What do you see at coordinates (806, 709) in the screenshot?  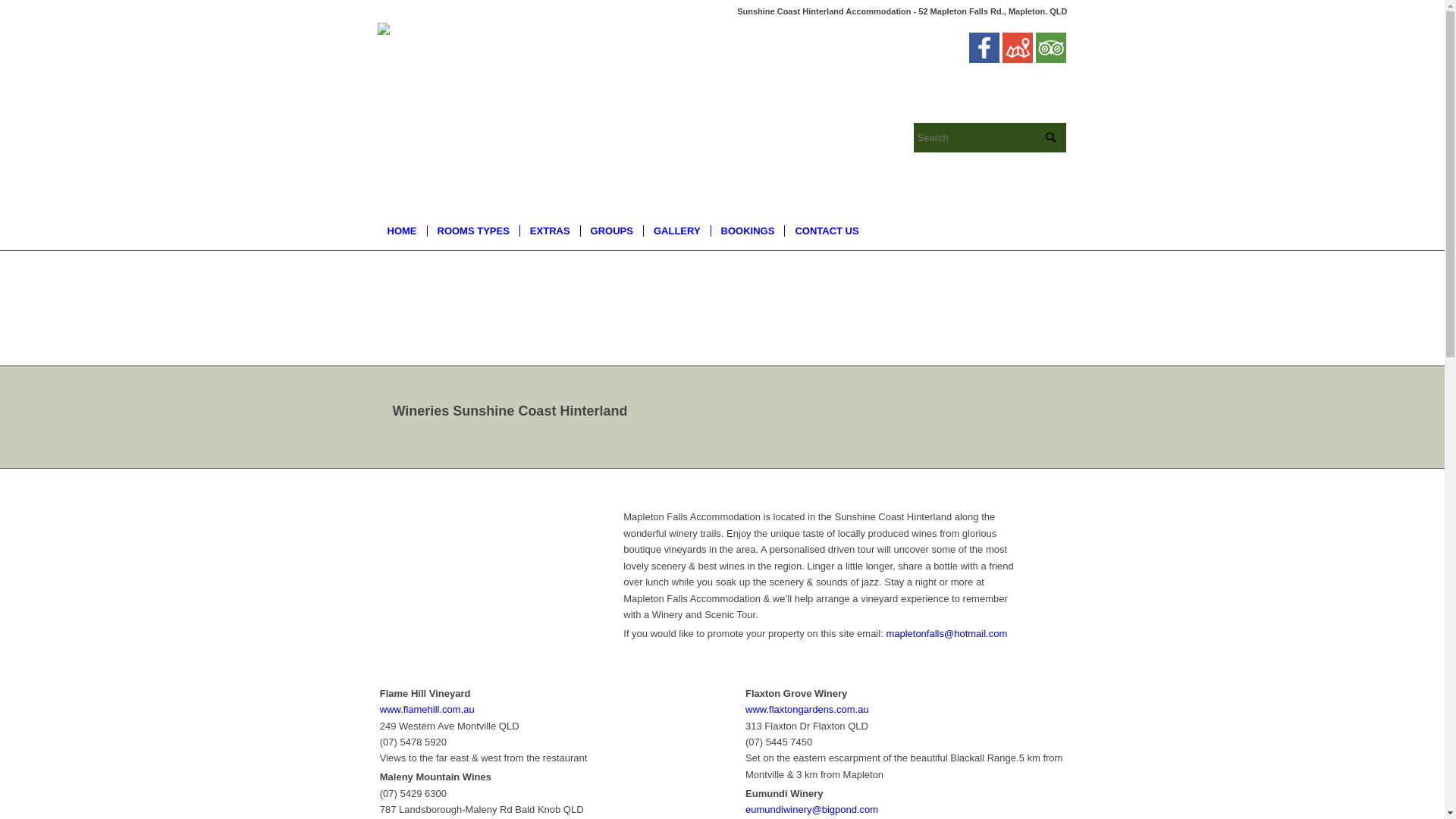 I see `'www.flaxtongardens.com.au'` at bounding box center [806, 709].